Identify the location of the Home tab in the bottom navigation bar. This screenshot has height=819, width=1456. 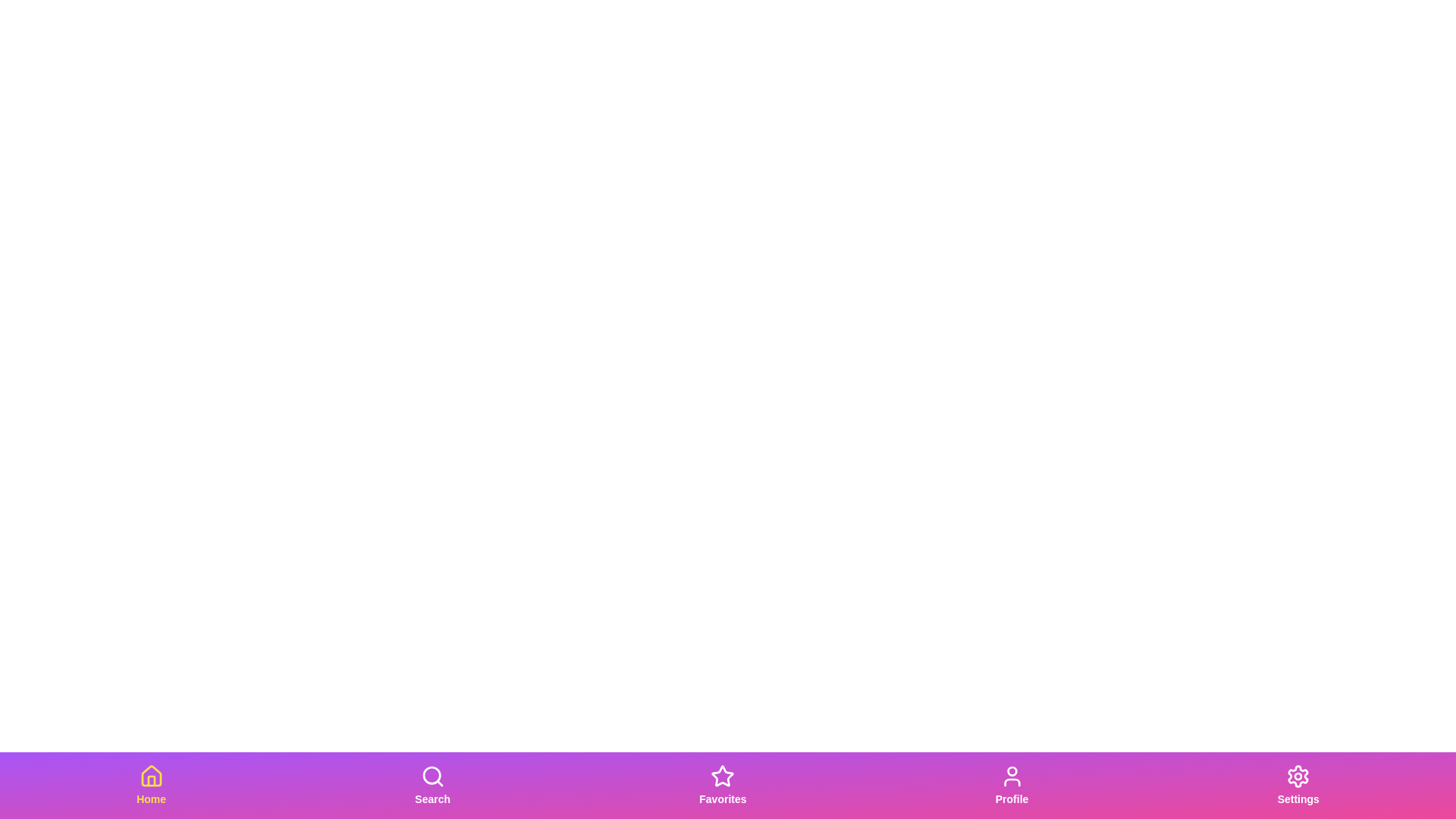
(151, 785).